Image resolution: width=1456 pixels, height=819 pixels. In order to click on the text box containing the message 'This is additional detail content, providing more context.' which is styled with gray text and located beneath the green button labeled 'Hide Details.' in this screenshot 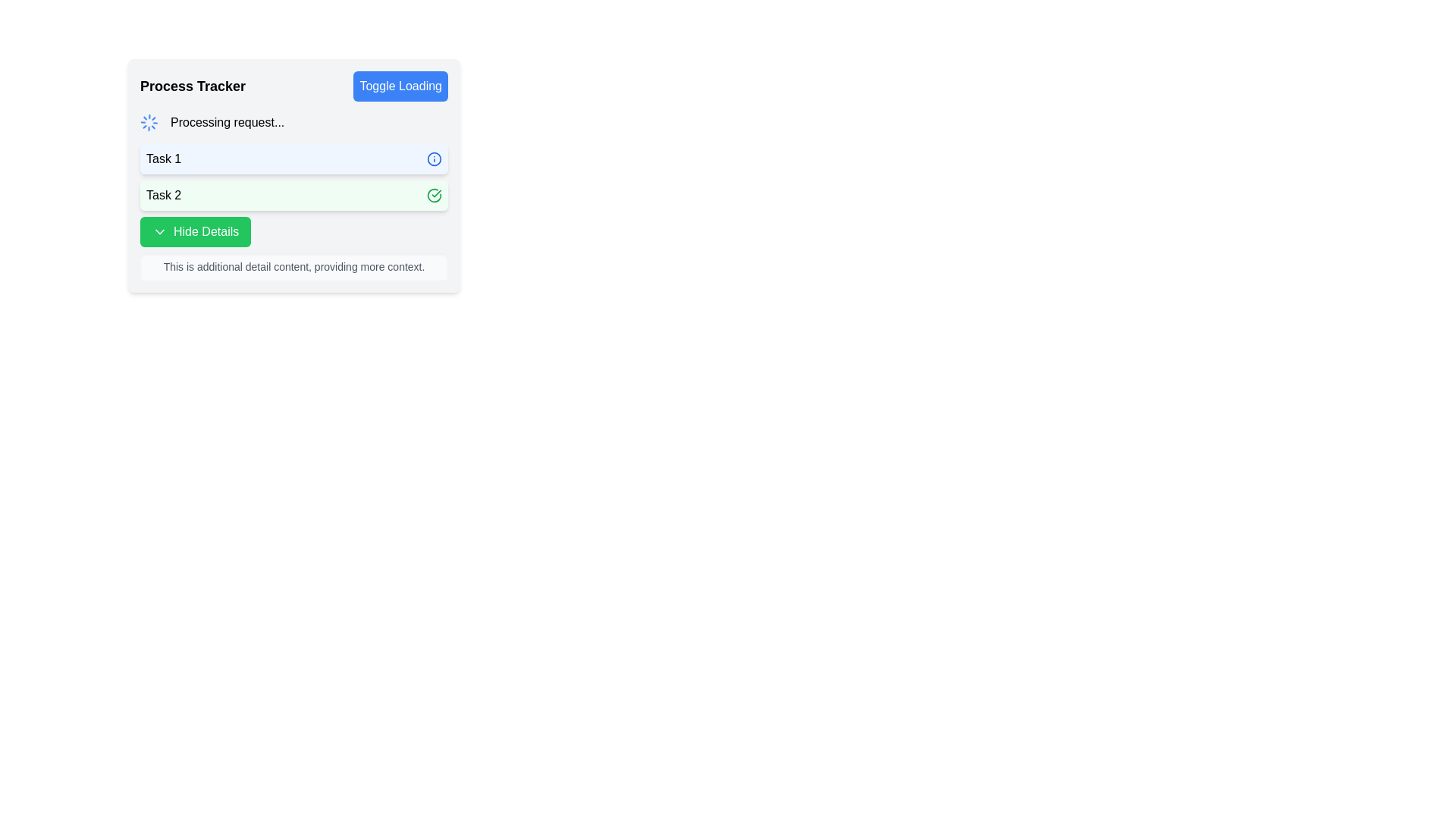, I will do `click(294, 265)`.